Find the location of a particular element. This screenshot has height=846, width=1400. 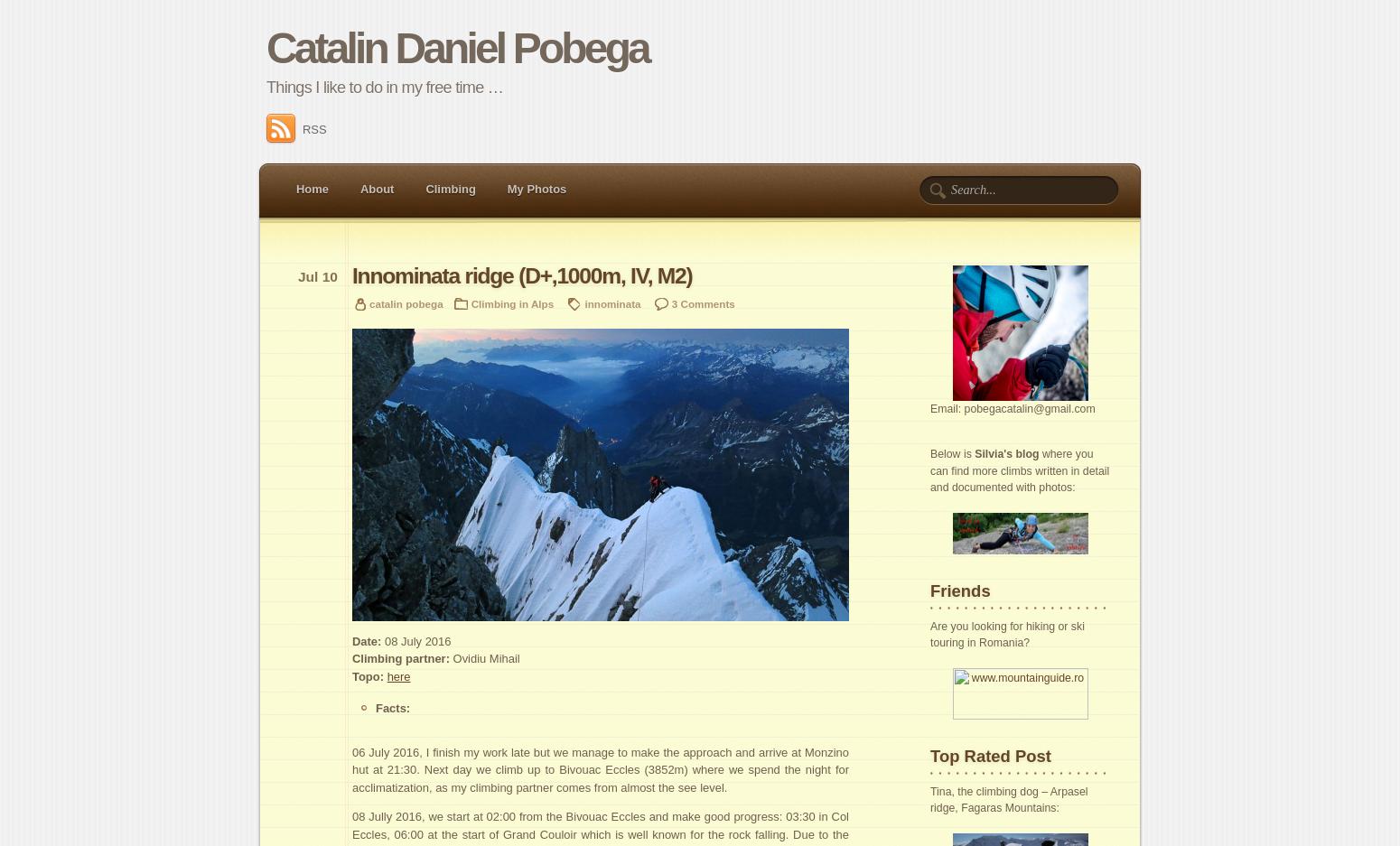

'Climbing' is located at coordinates (449, 189).